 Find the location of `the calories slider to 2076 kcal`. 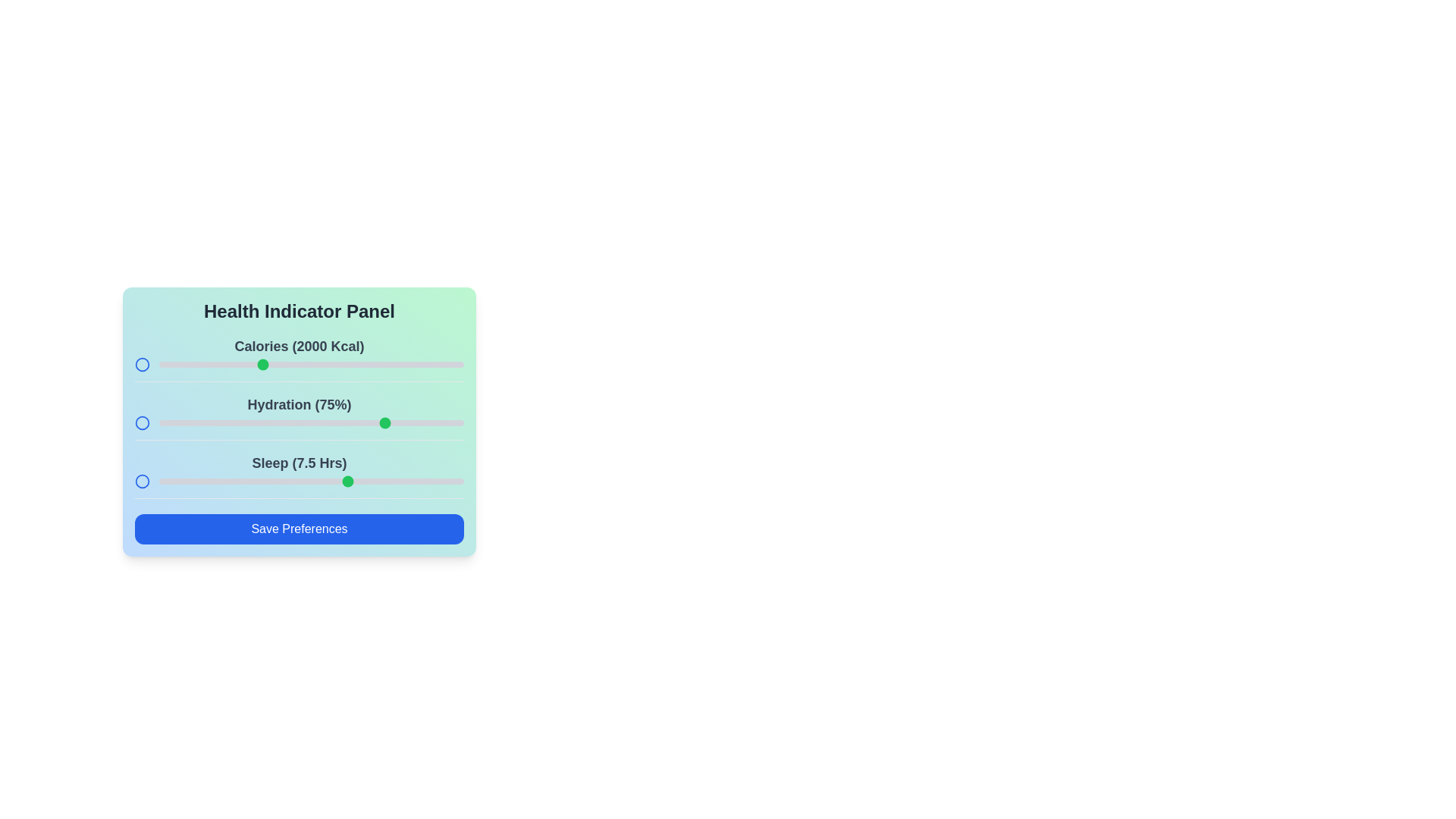

the calories slider to 2076 kcal is located at coordinates (276, 365).